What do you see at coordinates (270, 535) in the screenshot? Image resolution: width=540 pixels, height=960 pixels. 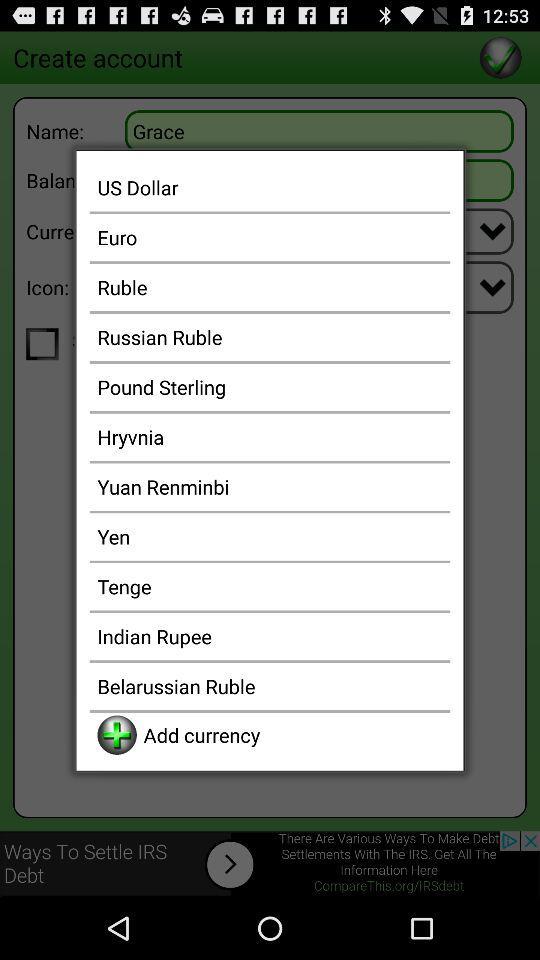 I see `yen` at bounding box center [270, 535].